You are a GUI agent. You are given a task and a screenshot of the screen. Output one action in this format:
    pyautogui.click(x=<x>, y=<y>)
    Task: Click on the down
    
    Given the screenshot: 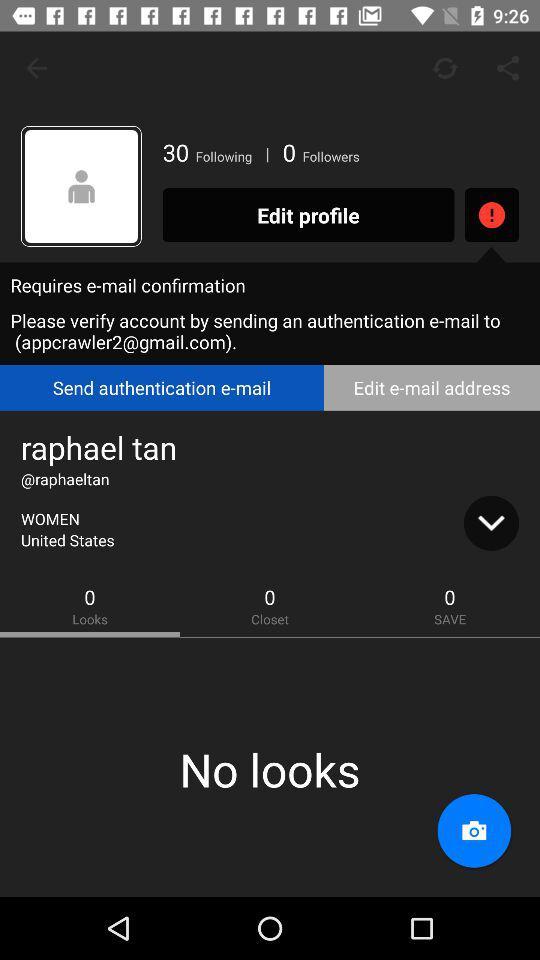 What is the action you would take?
    pyautogui.click(x=490, y=522)
    